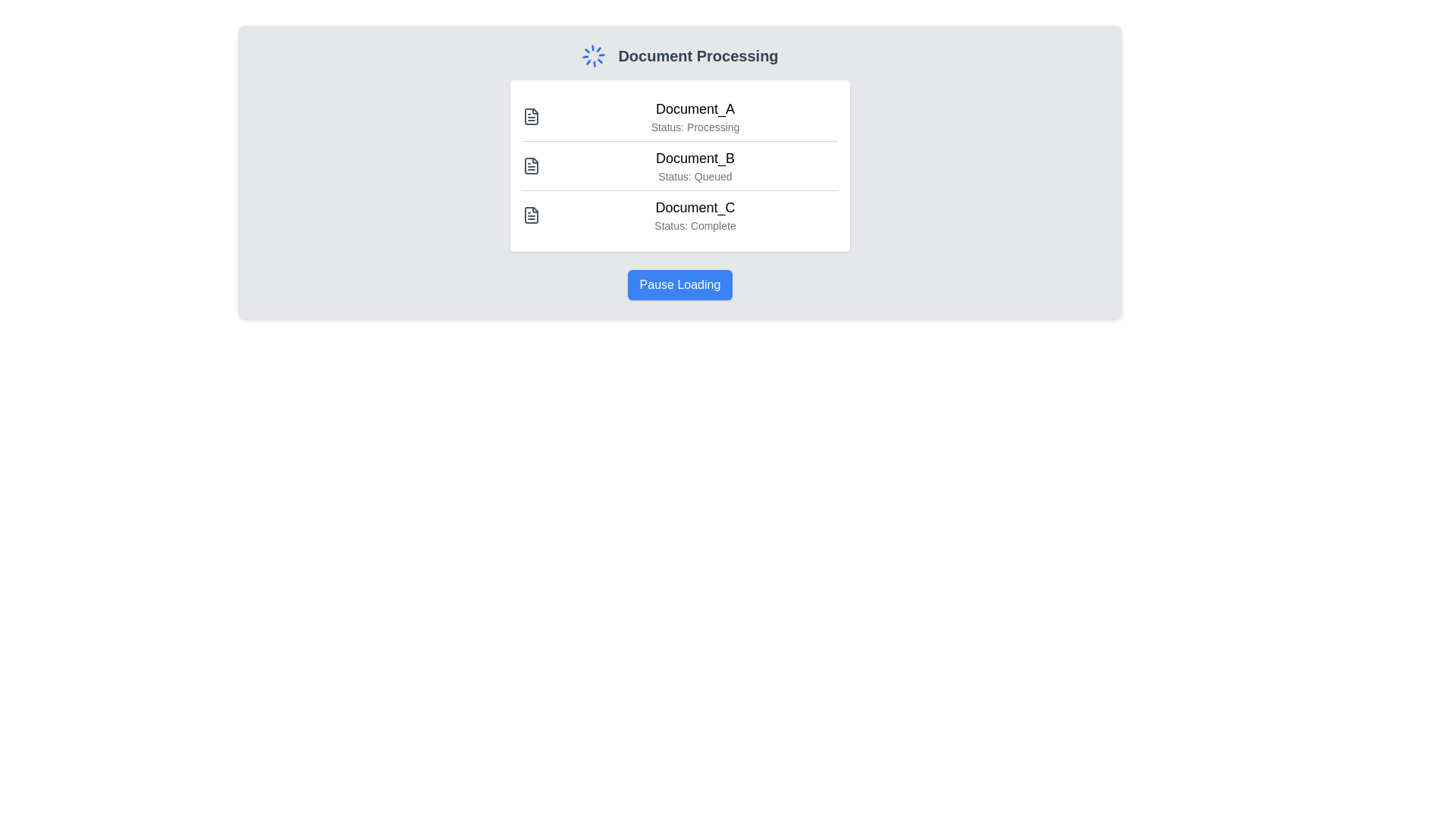 The image size is (1456, 819). Describe the element at coordinates (694, 215) in the screenshot. I see `text content of the third document entry in the processing queue, which is located below 'Document_A' and 'Document_B'` at that location.